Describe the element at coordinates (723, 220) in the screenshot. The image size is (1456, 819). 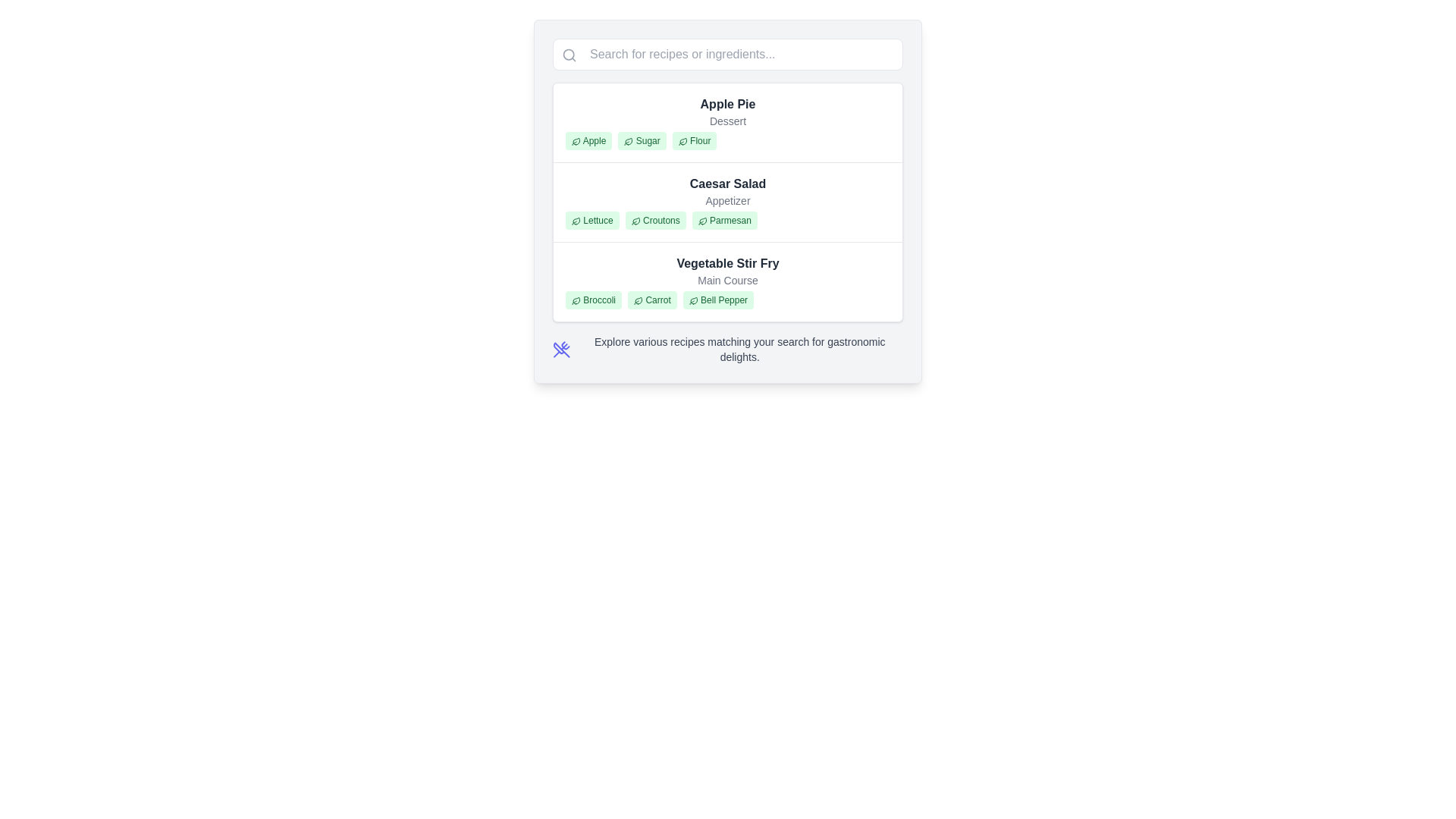
I see `the label styled with a green background and rounded corners that contains the text 'Parmesan', which is positioned in the middle section under the 'Caesar Salad' section` at that location.